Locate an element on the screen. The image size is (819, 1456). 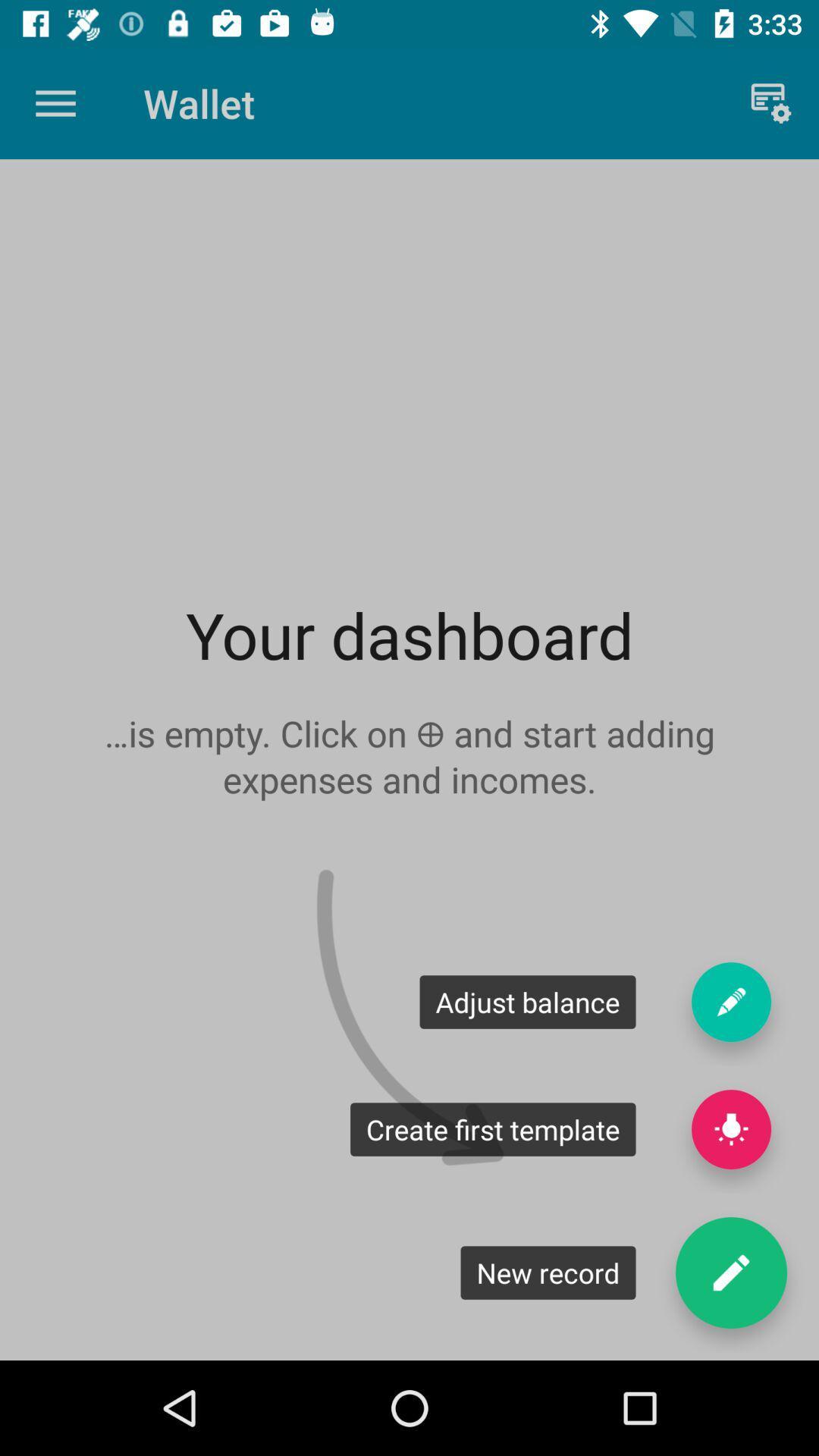
the help icon is located at coordinates (730, 1129).